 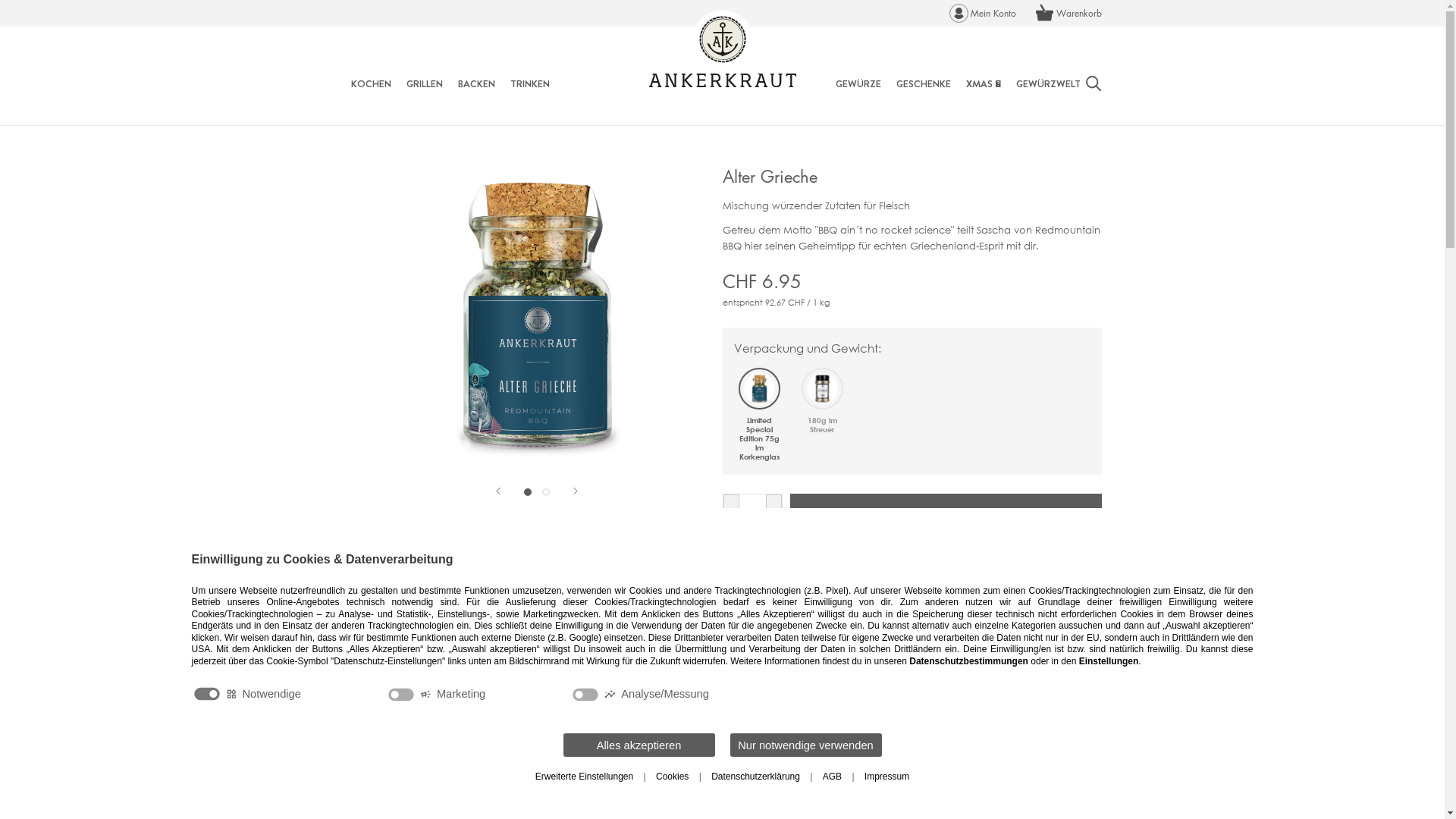 What do you see at coordinates (1066, 13) in the screenshot?
I see `'Warenkorb` at bounding box center [1066, 13].